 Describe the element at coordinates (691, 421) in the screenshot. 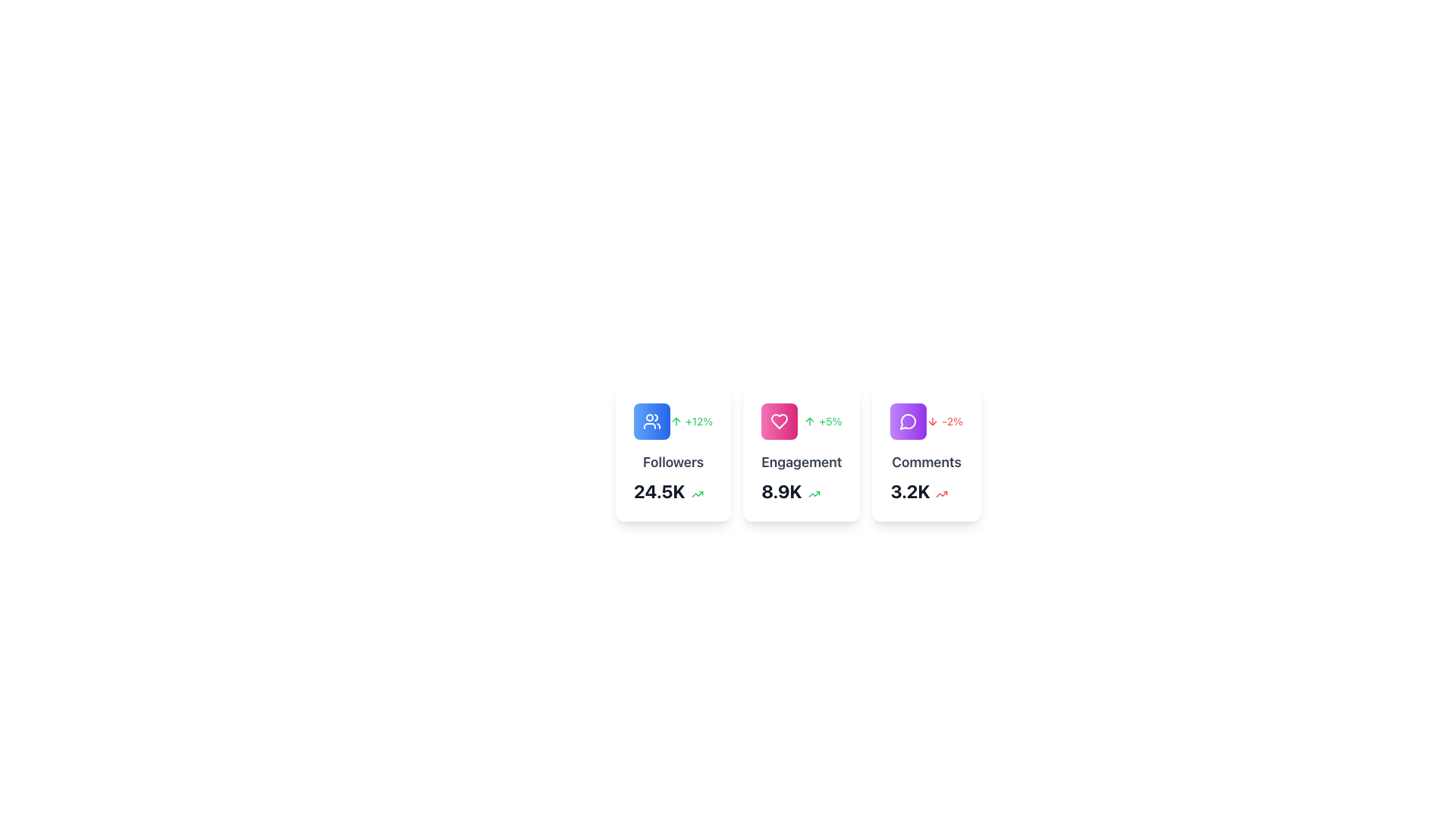

I see `and interpret the percentage value '+12%' located in the 'Followers' card, which is represented by a green upward-facing arrow icon` at that location.